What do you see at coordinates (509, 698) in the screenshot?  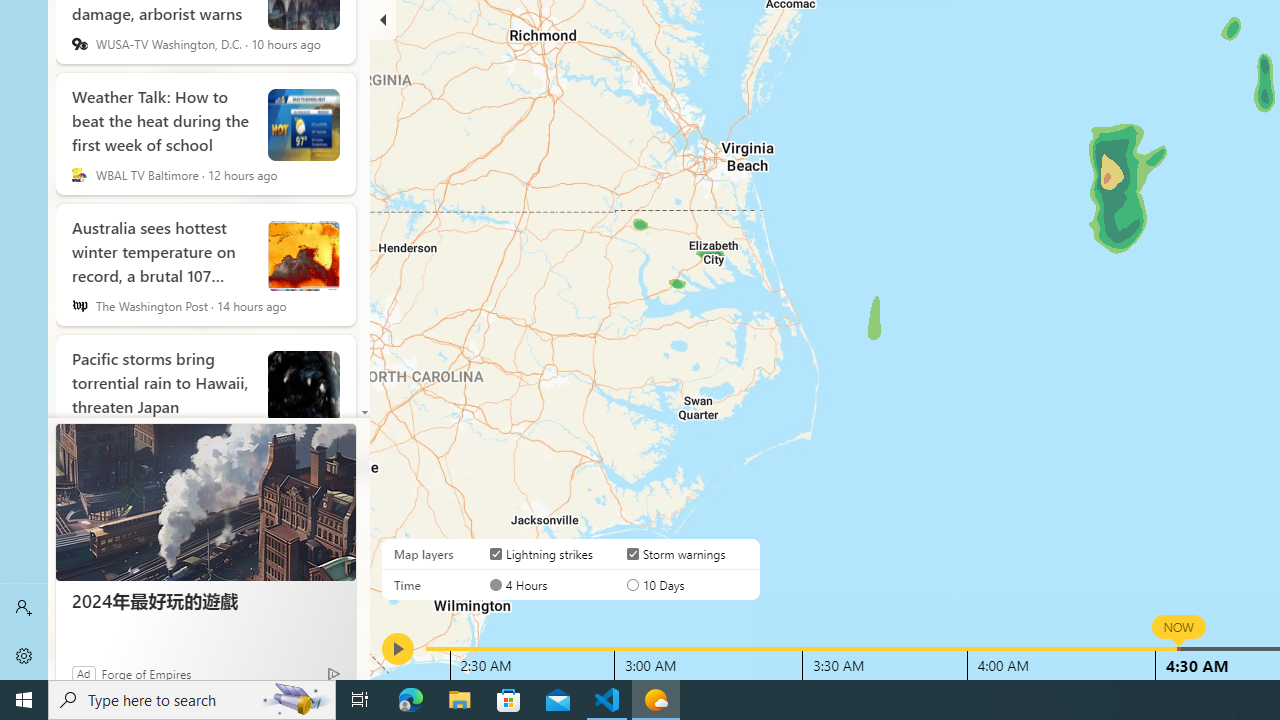 I see `'Microsoft Store'` at bounding box center [509, 698].